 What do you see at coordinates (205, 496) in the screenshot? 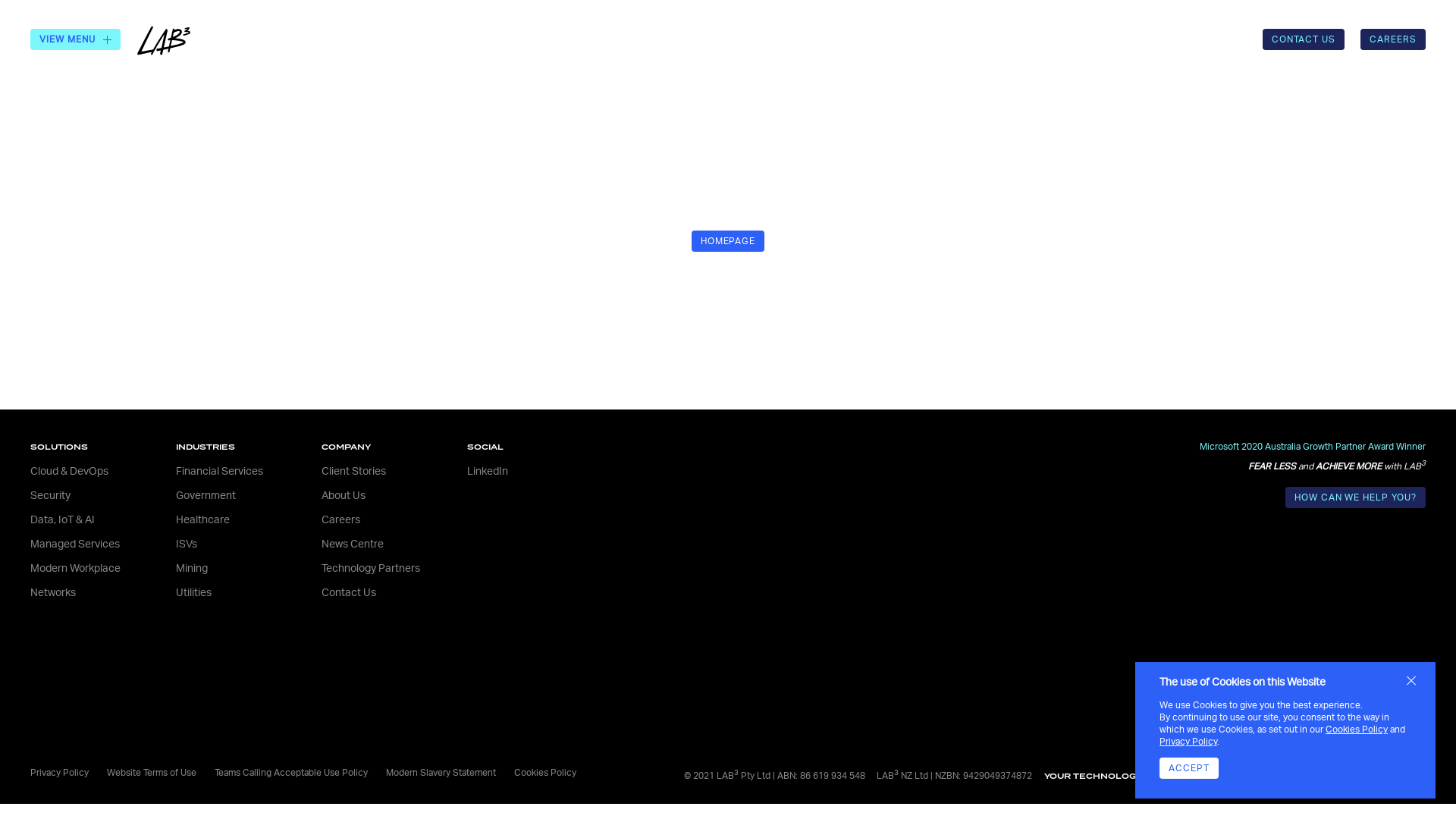
I see `'Government'` at bounding box center [205, 496].